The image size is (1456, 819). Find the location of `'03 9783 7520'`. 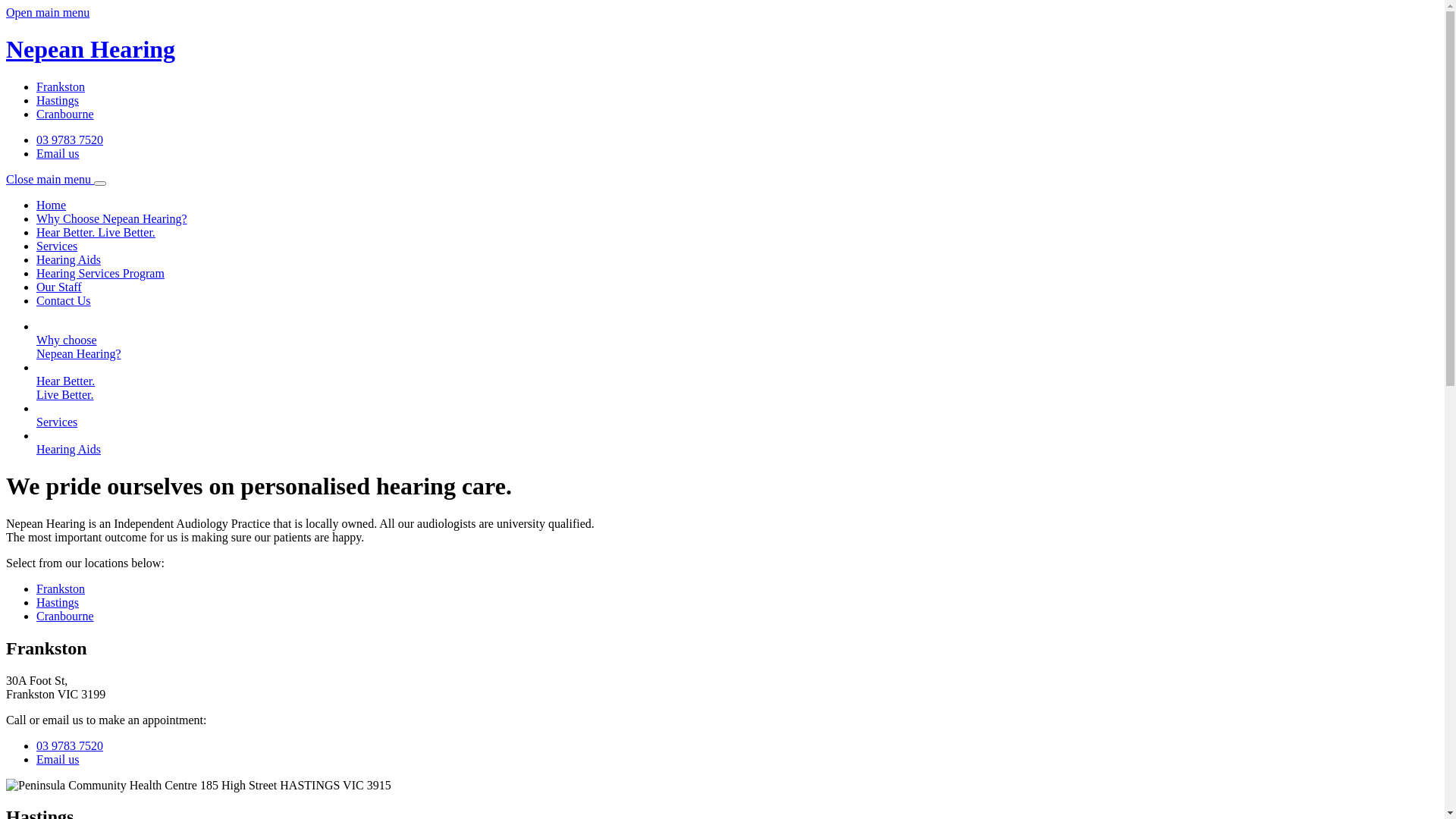

'03 9783 7520' is located at coordinates (68, 140).